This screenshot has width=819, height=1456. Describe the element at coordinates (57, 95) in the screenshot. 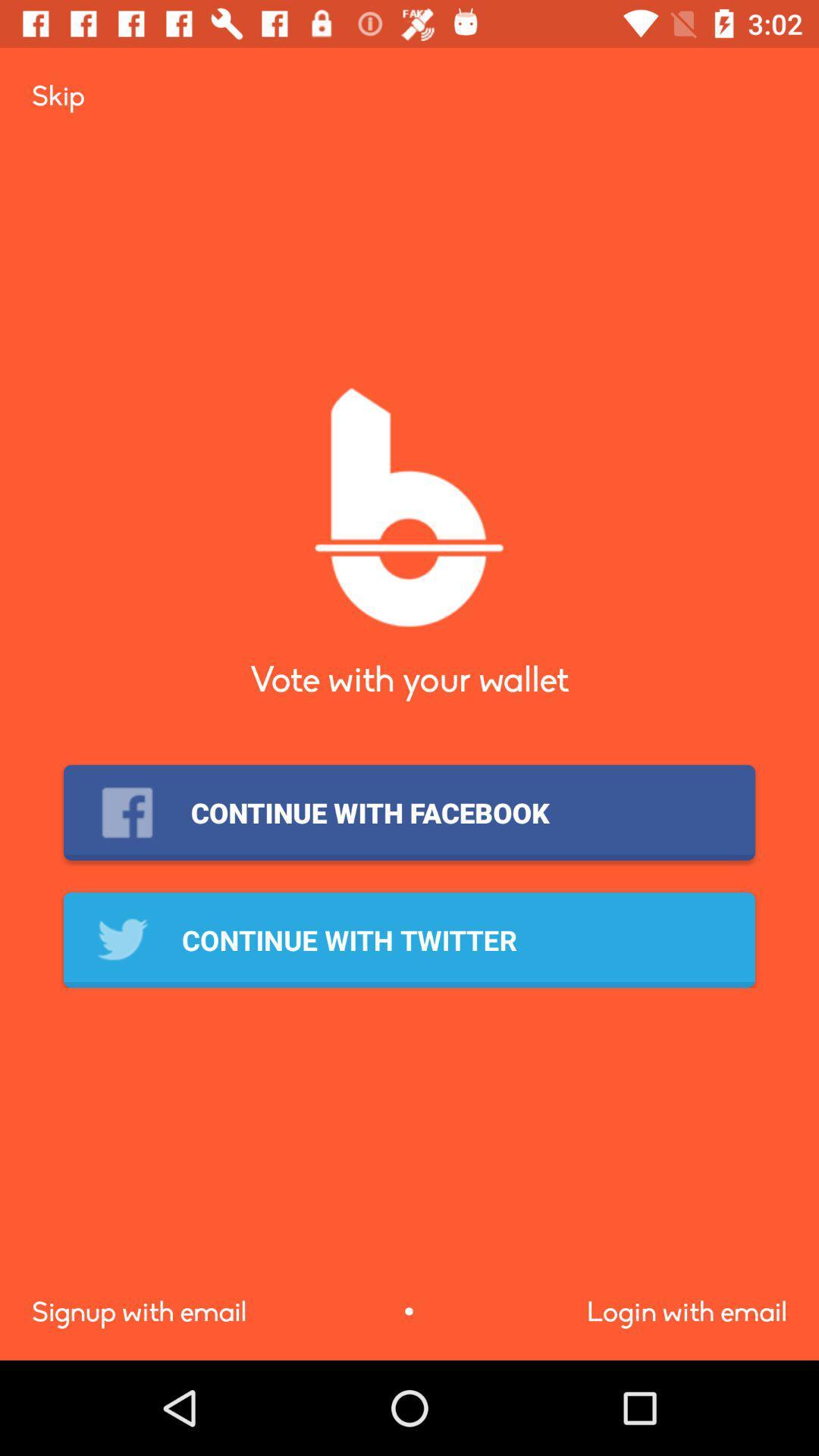

I see `the skip item` at that location.